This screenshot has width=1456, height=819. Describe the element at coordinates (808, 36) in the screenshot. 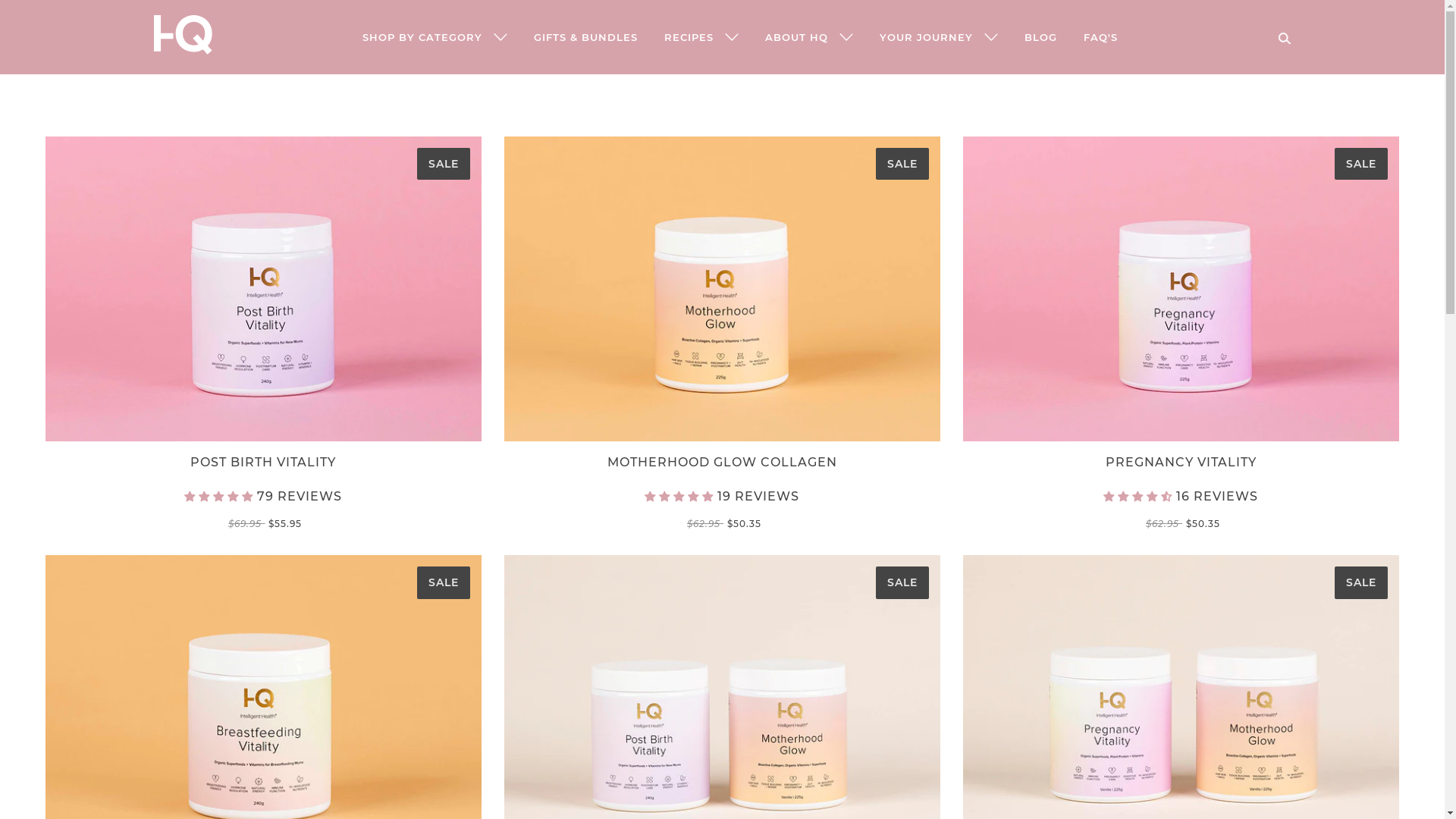

I see `'ABOUT HQ'` at that location.